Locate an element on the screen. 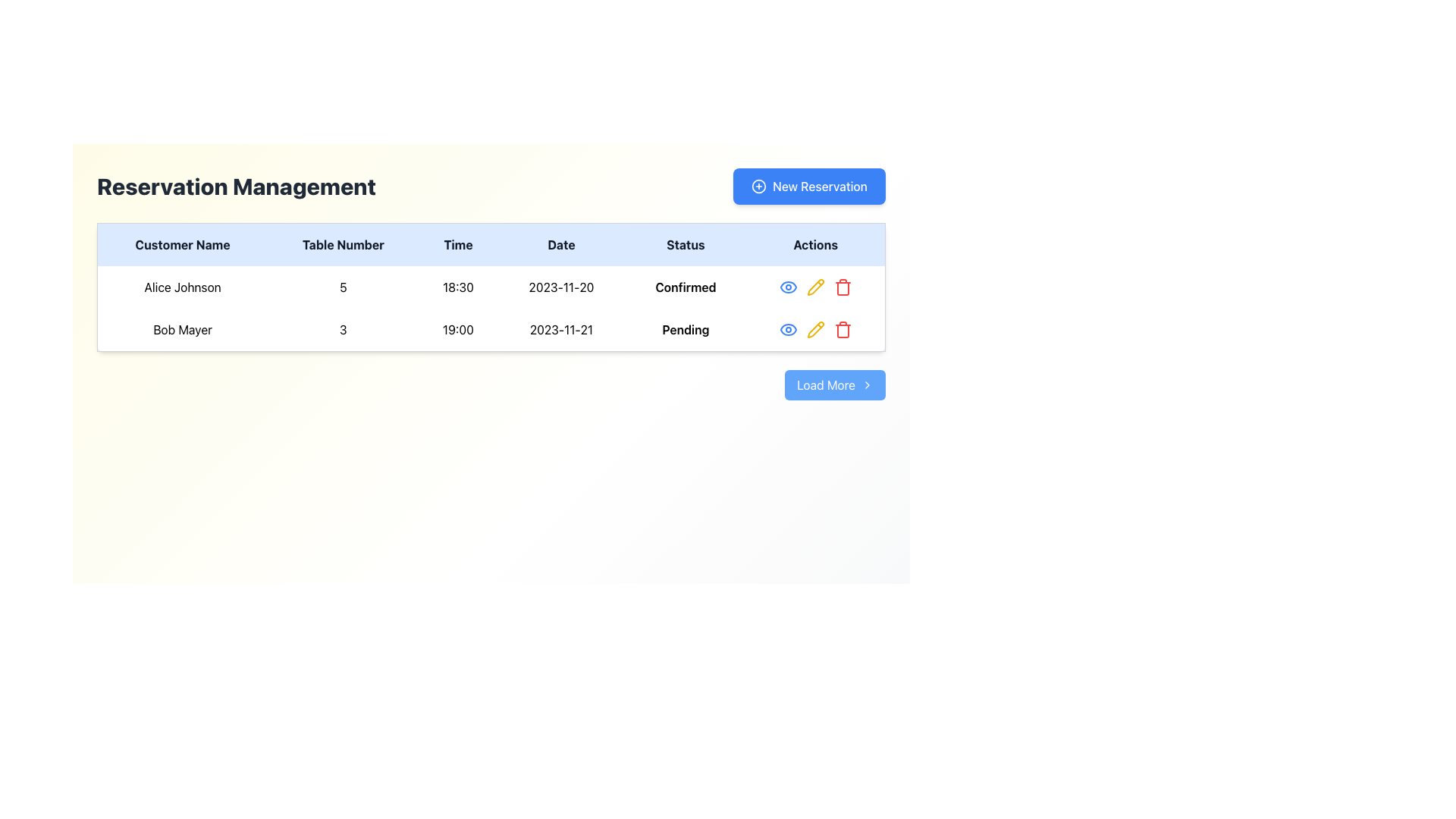  the red trash bin icon in the action control group for the reservation entry of 'Bob Mayer' is located at coordinates (814, 329).